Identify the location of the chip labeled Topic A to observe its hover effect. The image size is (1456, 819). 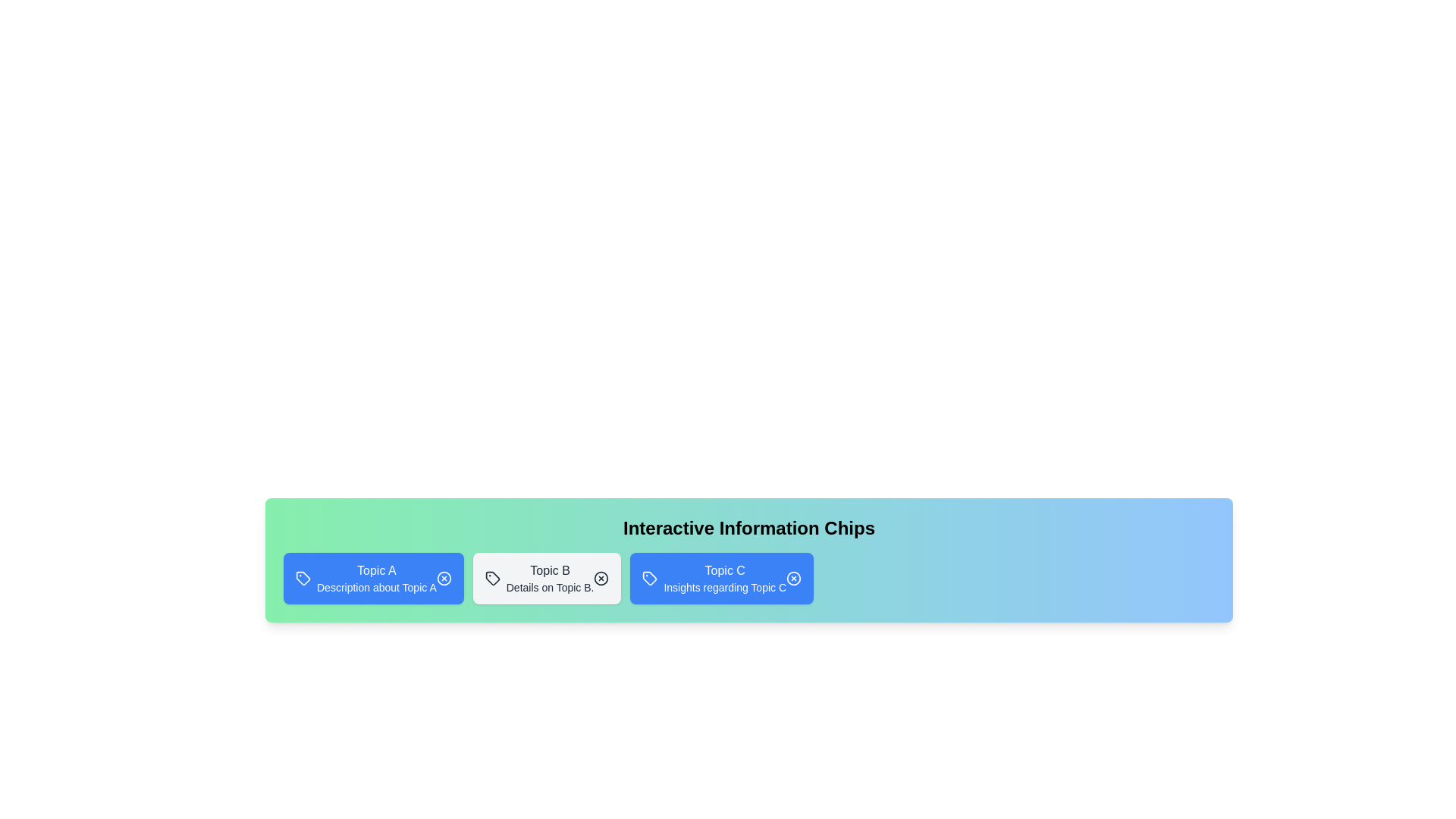
(373, 579).